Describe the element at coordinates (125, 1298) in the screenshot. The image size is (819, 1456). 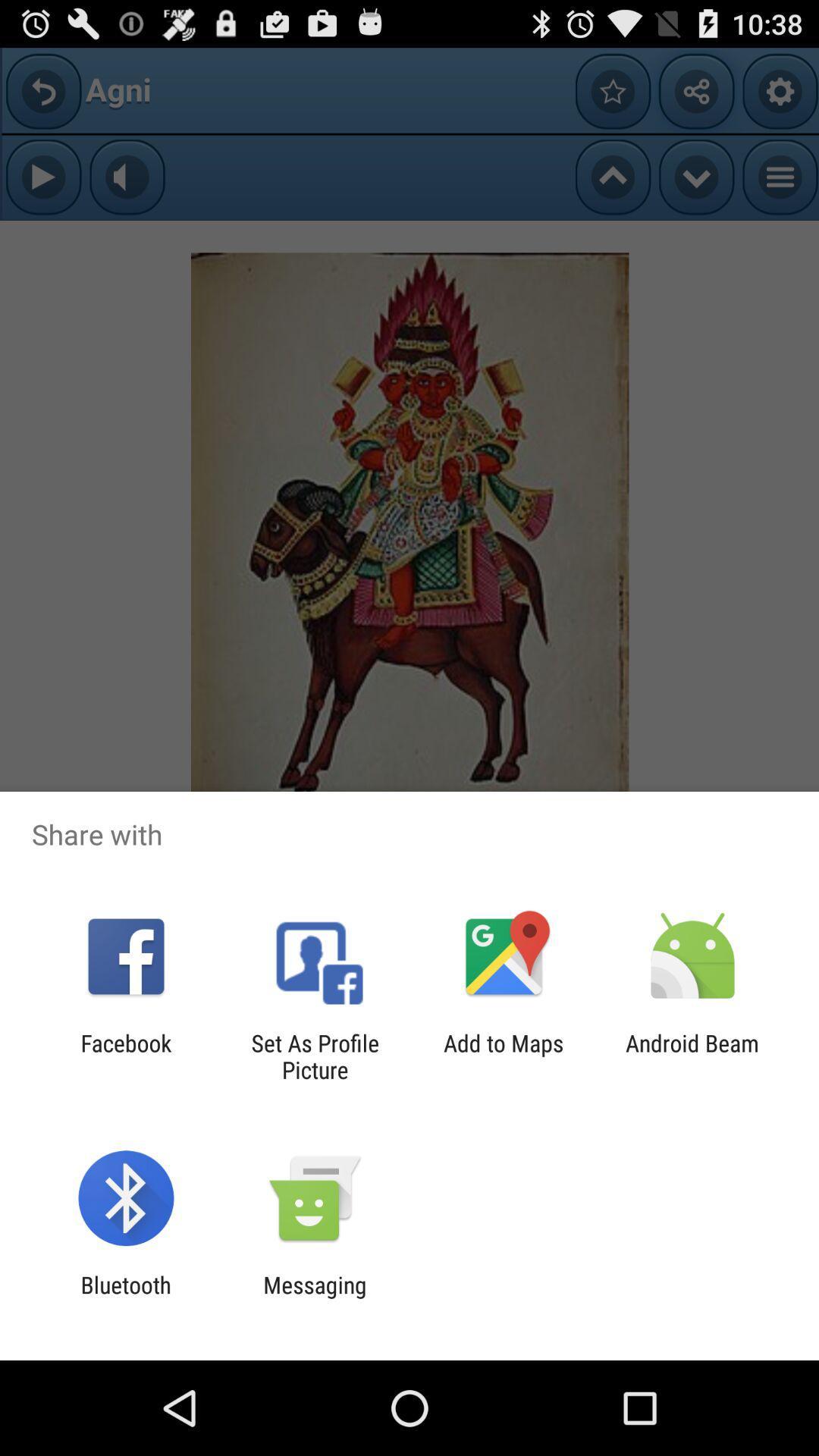
I see `the app to the left of messaging icon` at that location.